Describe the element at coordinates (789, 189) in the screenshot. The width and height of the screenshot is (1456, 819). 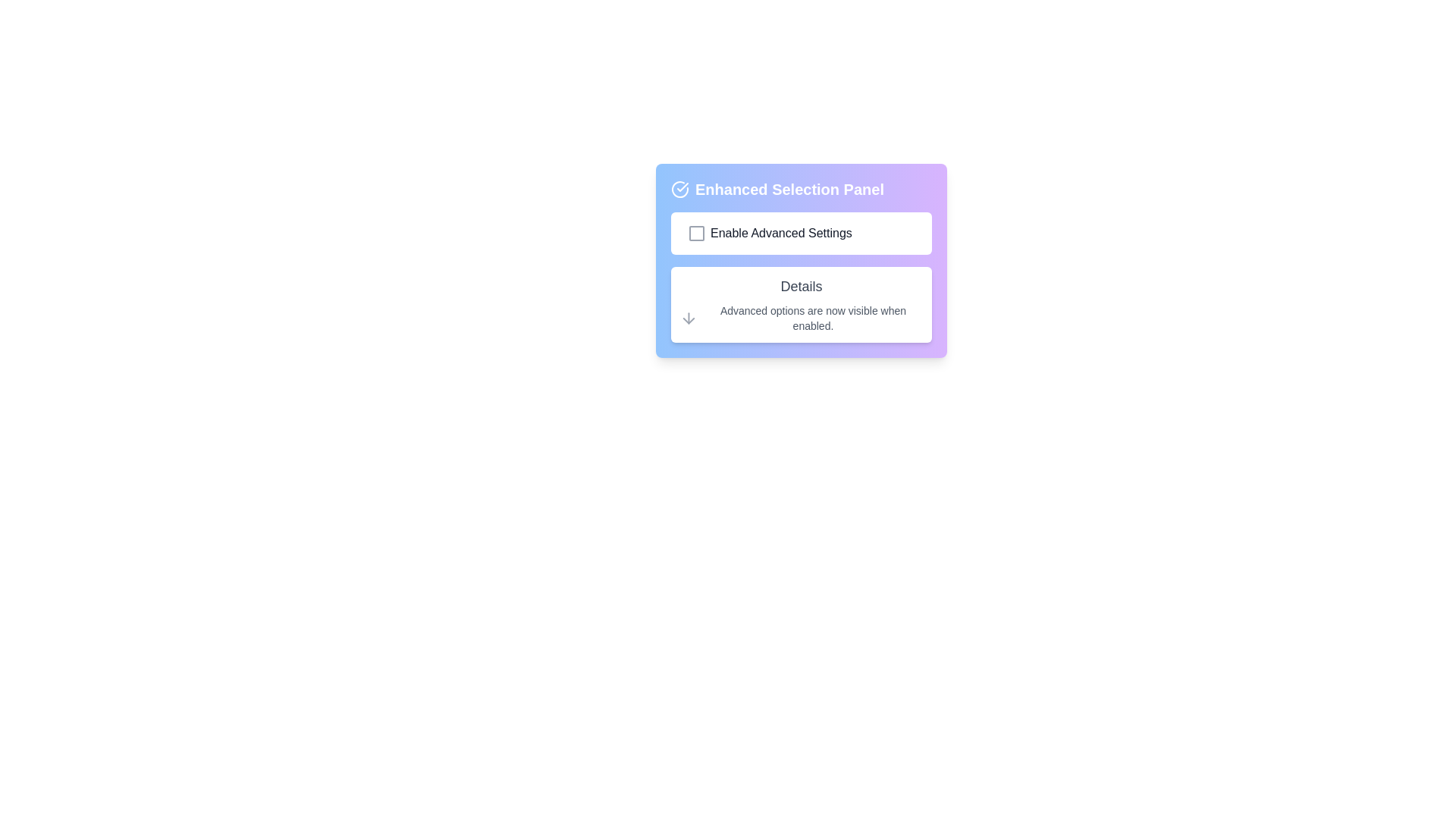
I see `the Text label that serves as a heading or title, located in the top-left of the centered group in the interface, next to an icon and above interactive elements` at that location.